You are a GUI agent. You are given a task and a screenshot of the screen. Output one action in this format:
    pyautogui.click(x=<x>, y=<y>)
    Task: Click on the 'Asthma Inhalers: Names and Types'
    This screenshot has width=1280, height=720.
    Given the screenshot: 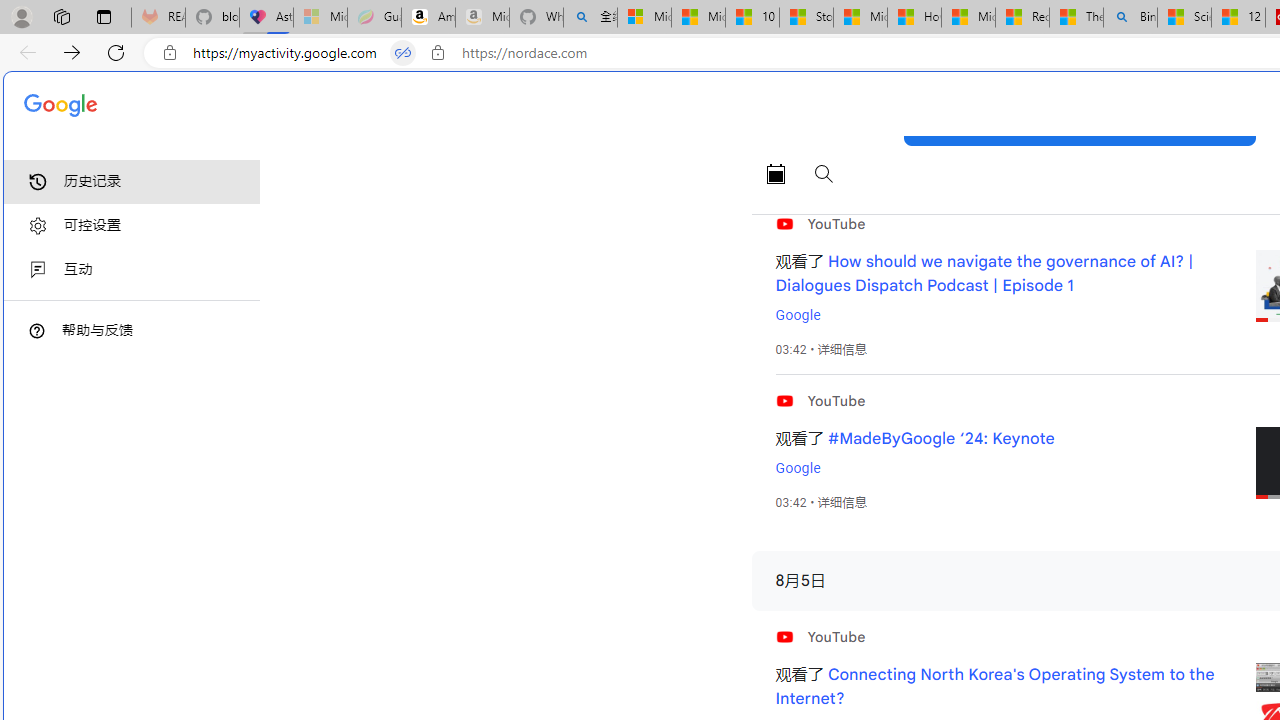 What is the action you would take?
    pyautogui.click(x=265, y=17)
    